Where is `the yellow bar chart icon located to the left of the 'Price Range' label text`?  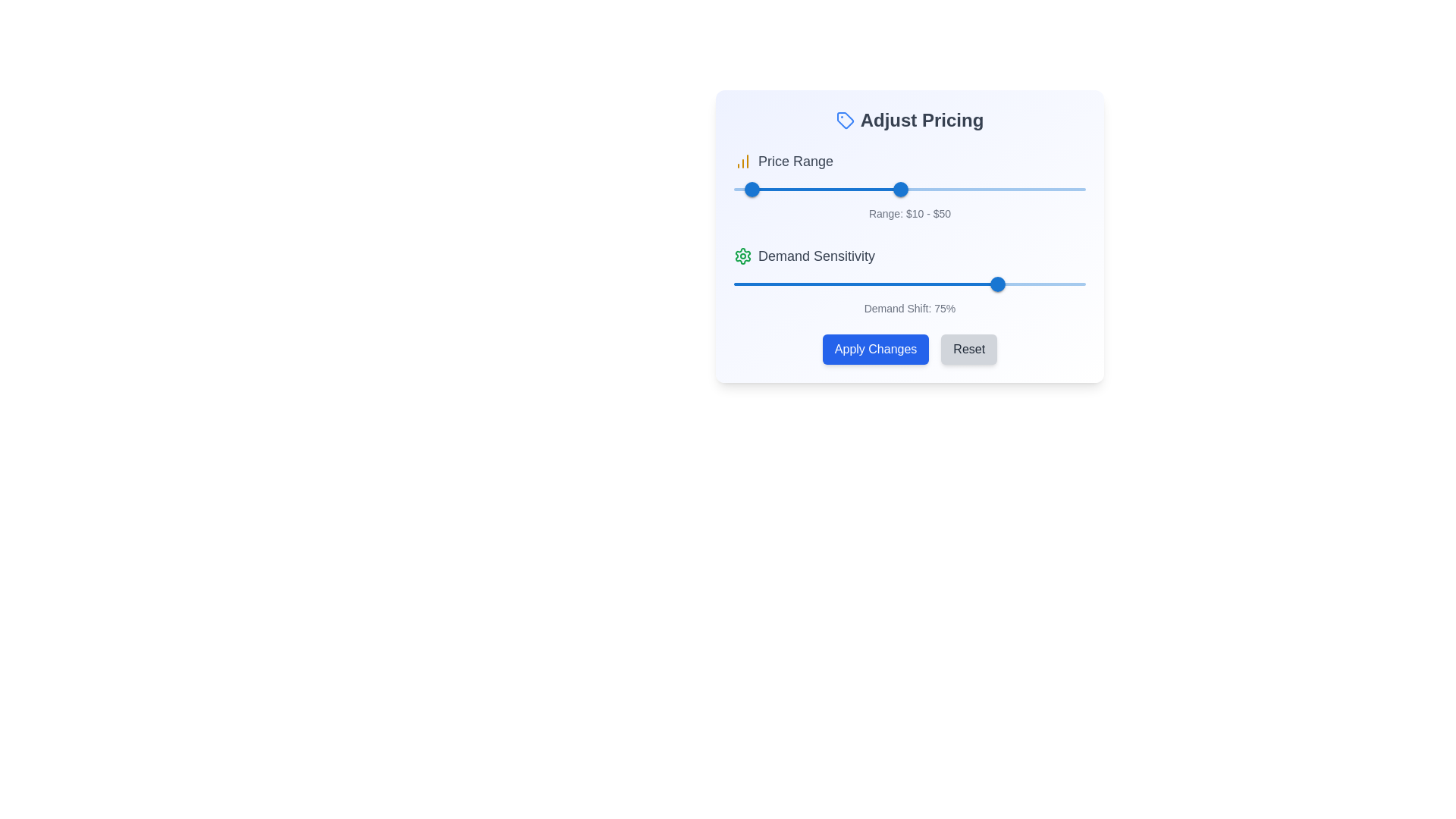
the yellow bar chart icon located to the left of the 'Price Range' label text is located at coordinates (742, 161).